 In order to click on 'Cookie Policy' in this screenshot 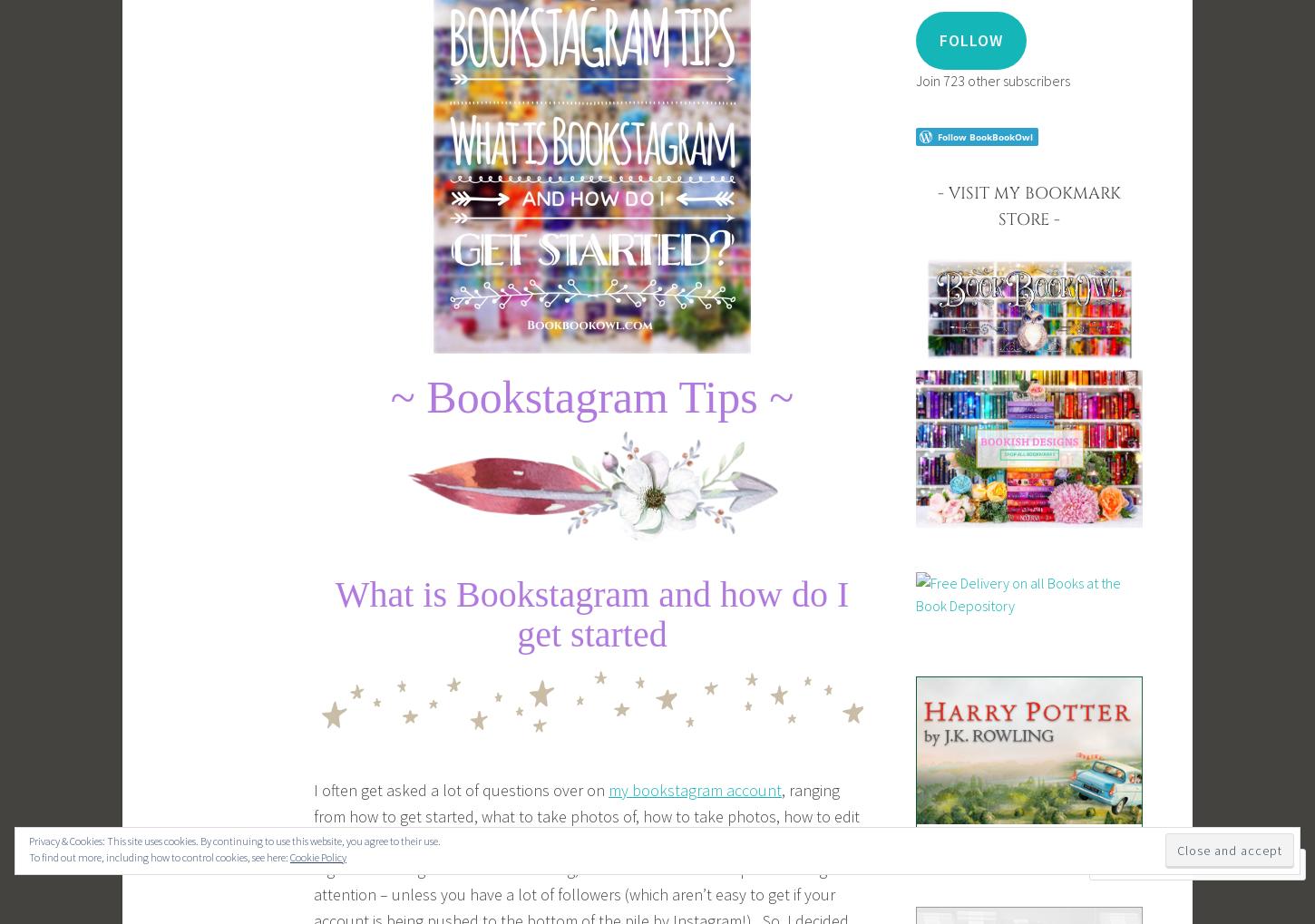, I will do `click(318, 856)`.